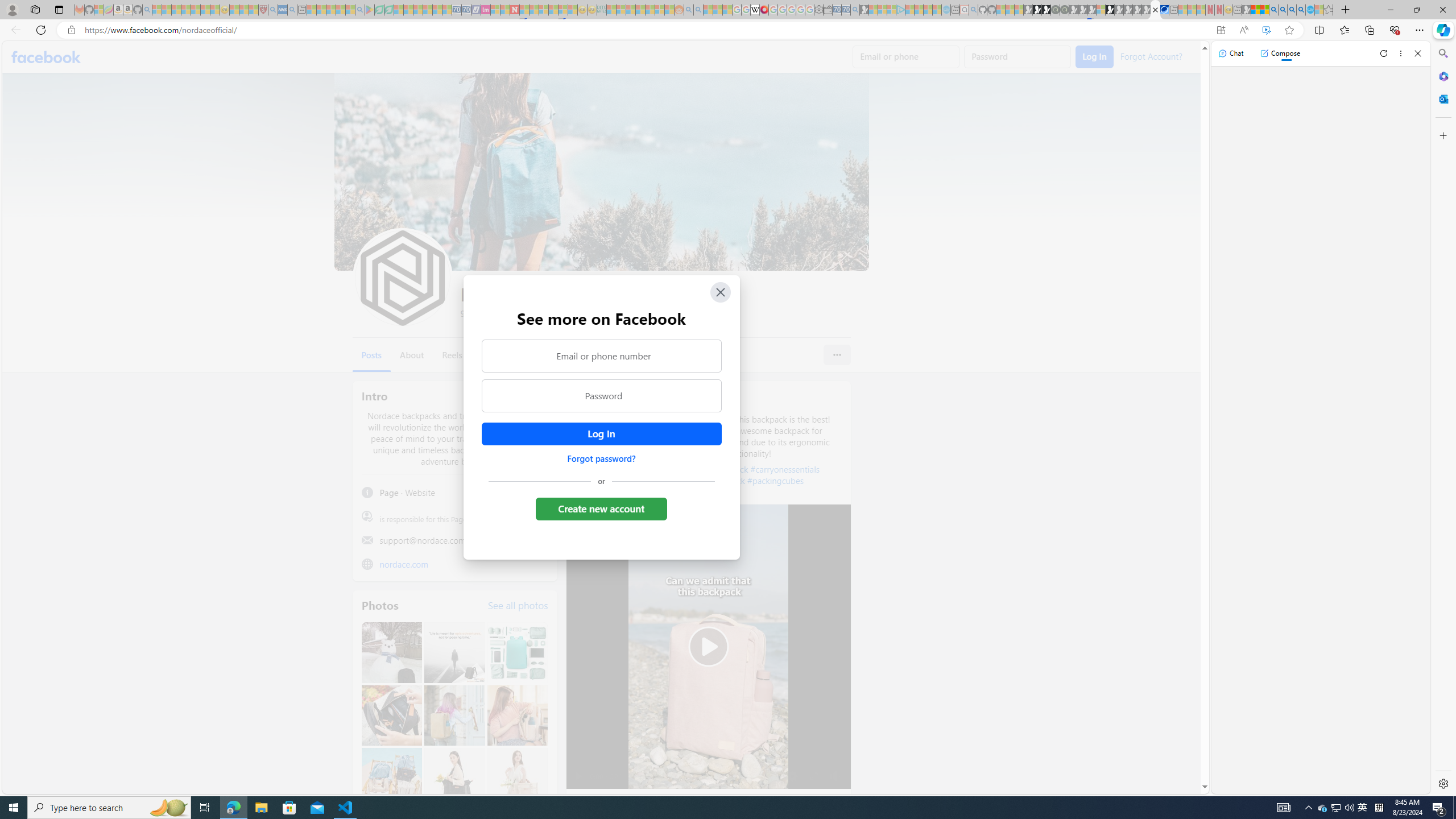  Describe the element at coordinates (601, 508) in the screenshot. I see `'Create new account'` at that location.